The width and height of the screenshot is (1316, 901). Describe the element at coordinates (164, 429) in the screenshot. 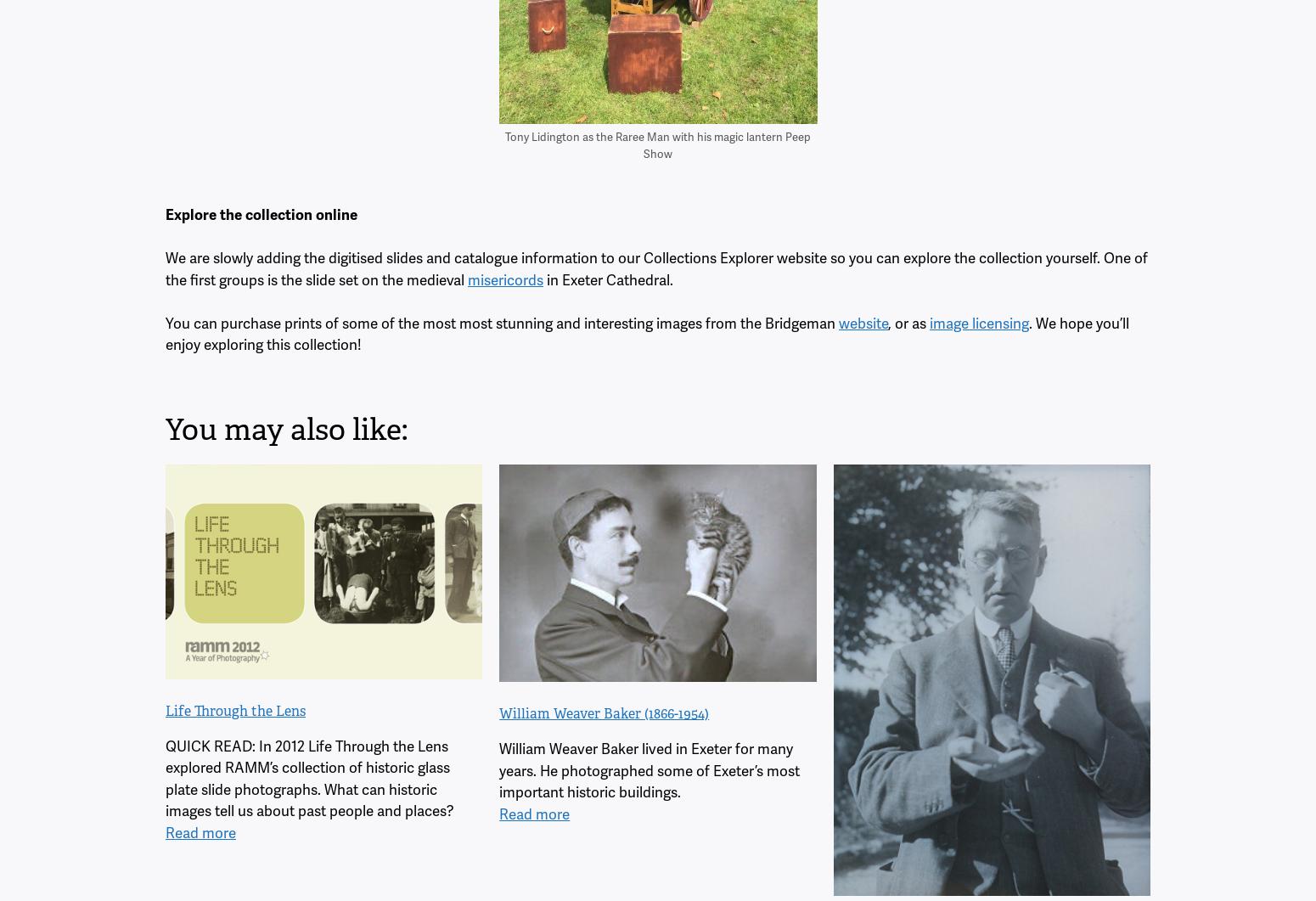

I see `'You may also like:'` at that location.